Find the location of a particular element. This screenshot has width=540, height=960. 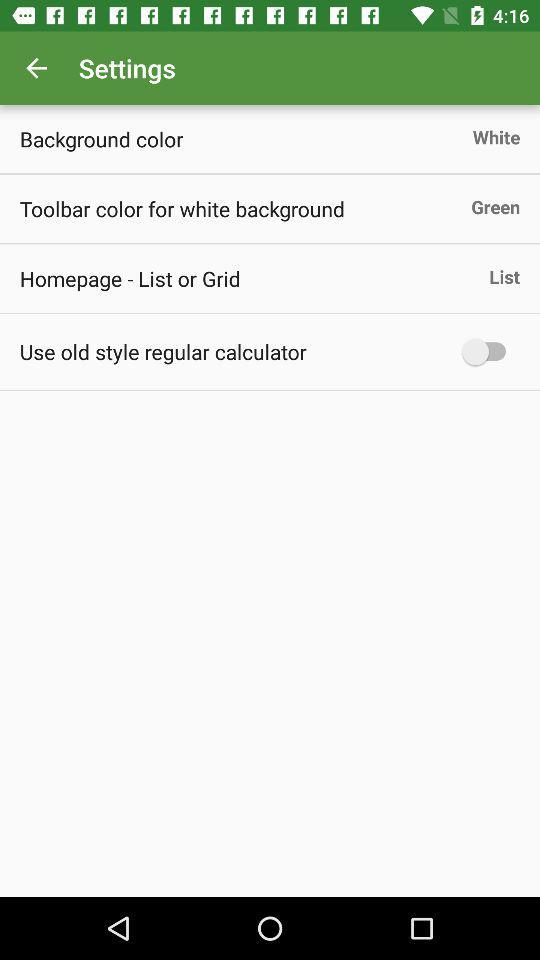

the icon next to the list is located at coordinates (130, 277).